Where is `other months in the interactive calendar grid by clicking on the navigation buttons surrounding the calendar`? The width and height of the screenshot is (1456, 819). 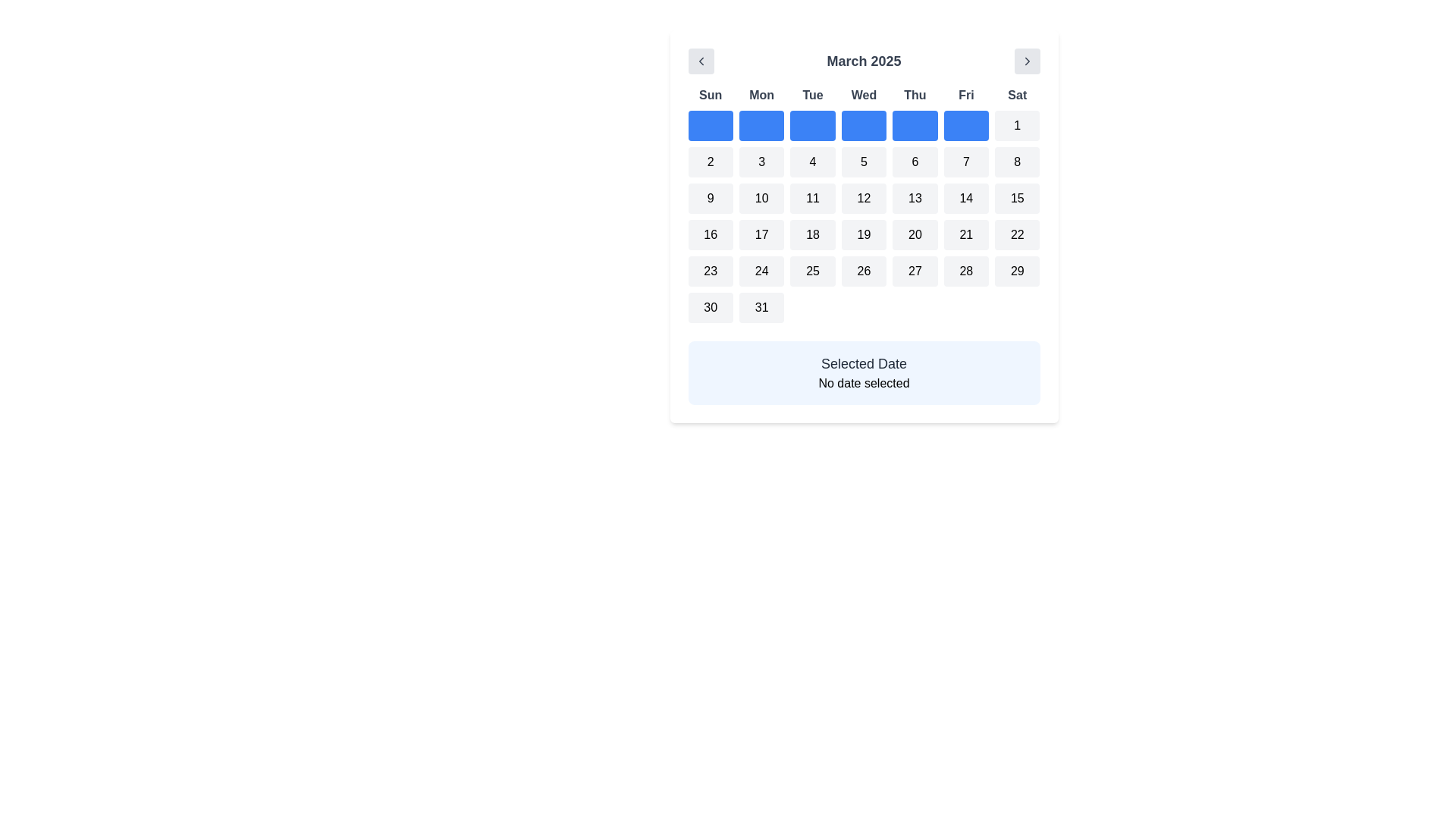 other months in the interactive calendar grid by clicking on the navigation buttons surrounding the calendar is located at coordinates (864, 205).